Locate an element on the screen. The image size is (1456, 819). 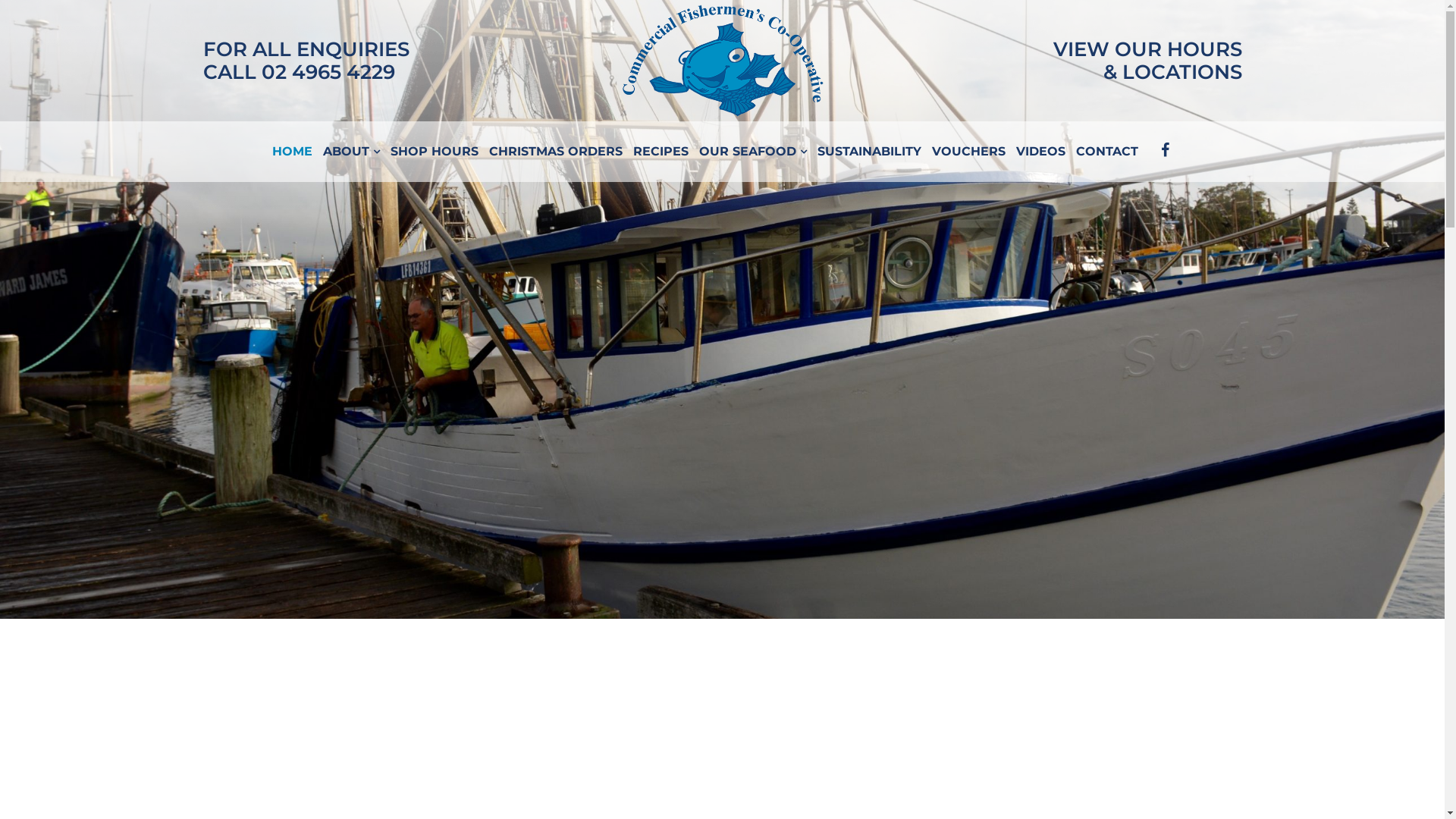
'CONTACT' is located at coordinates (1106, 152).